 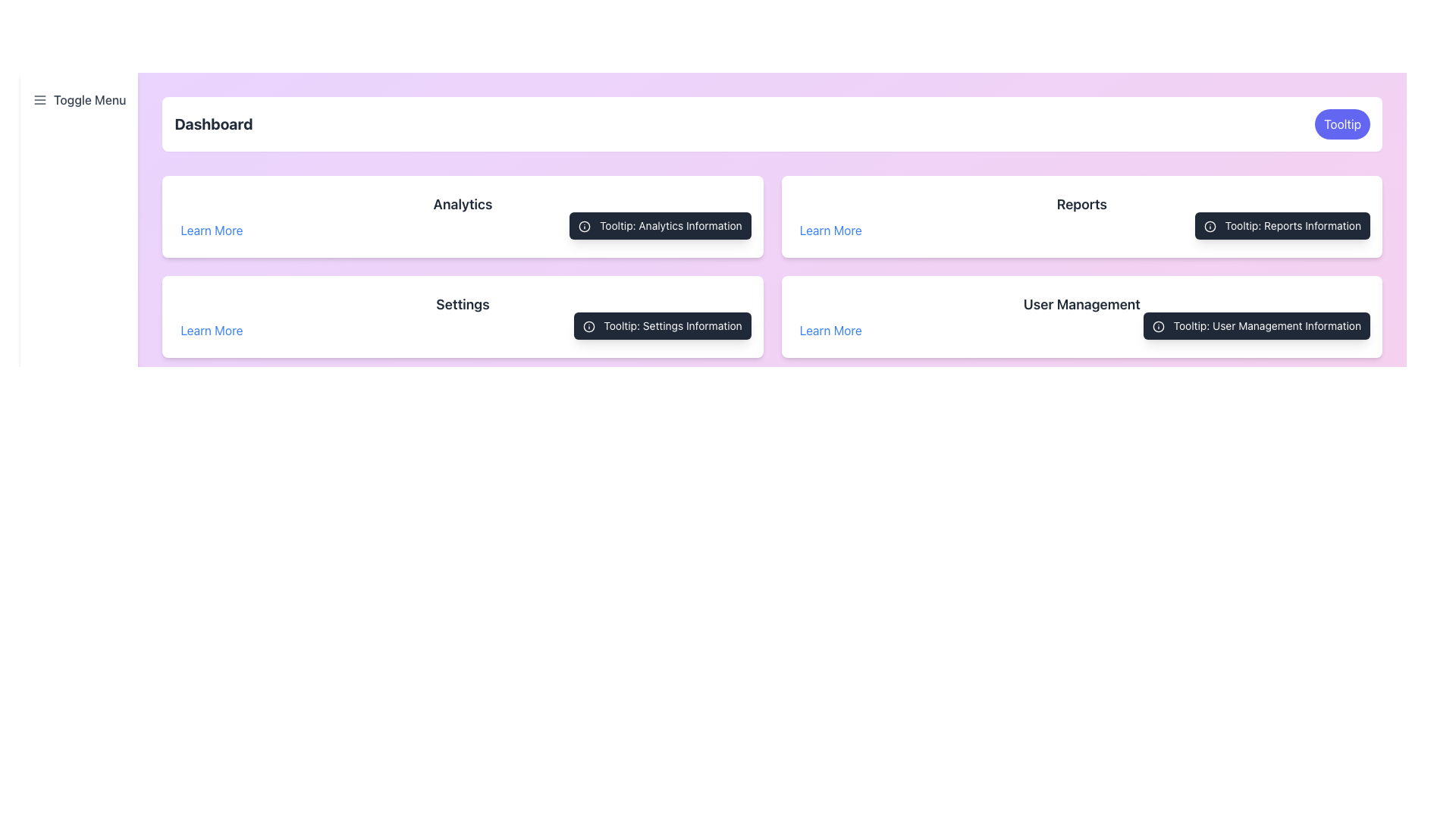 What do you see at coordinates (1157, 326) in the screenshot?
I see `the circular SVG graphic element that represents the tooltip icon for 'User Management Information'` at bounding box center [1157, 326].